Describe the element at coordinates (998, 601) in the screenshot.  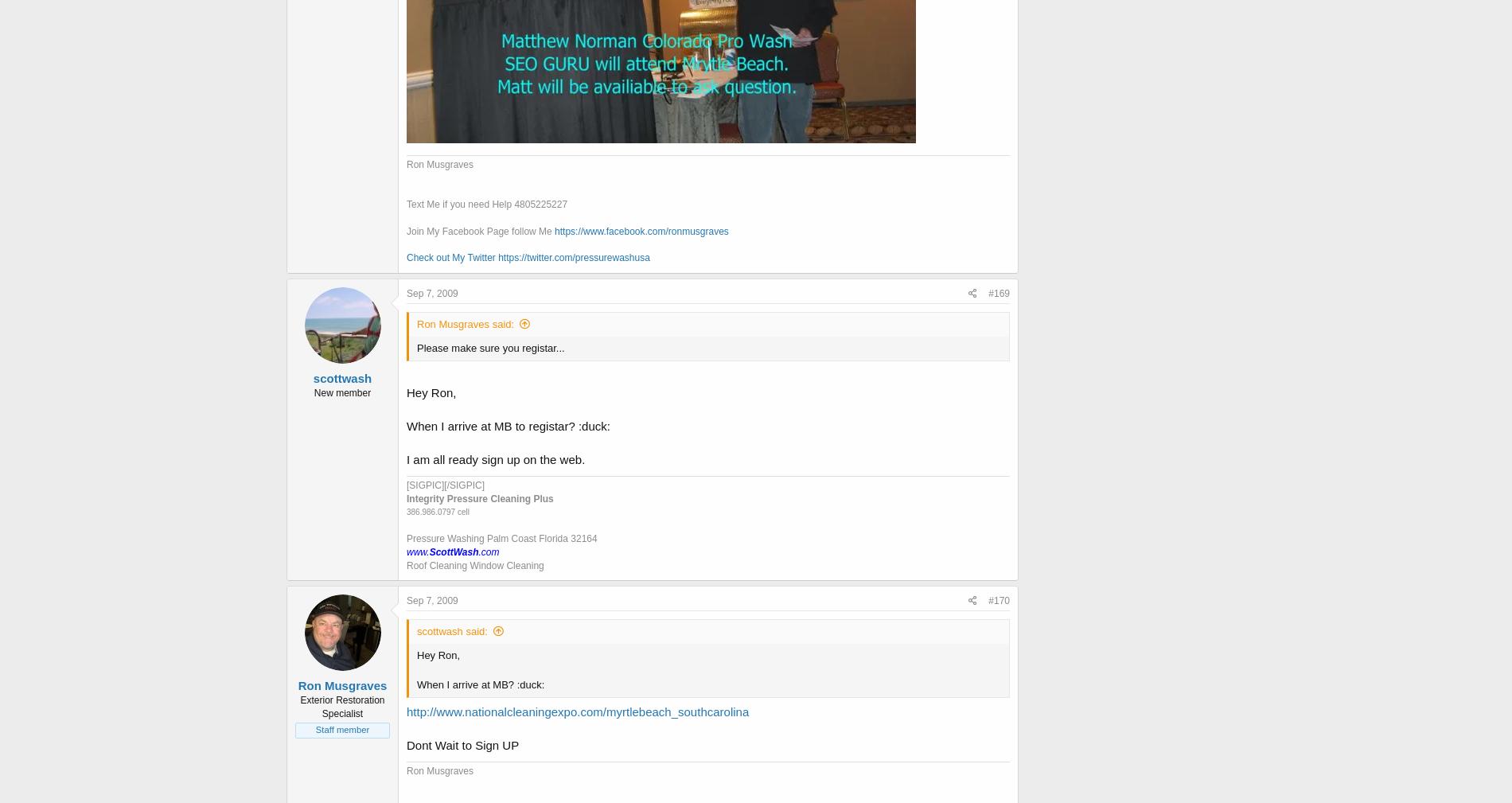
I see `'#170'` at that location.